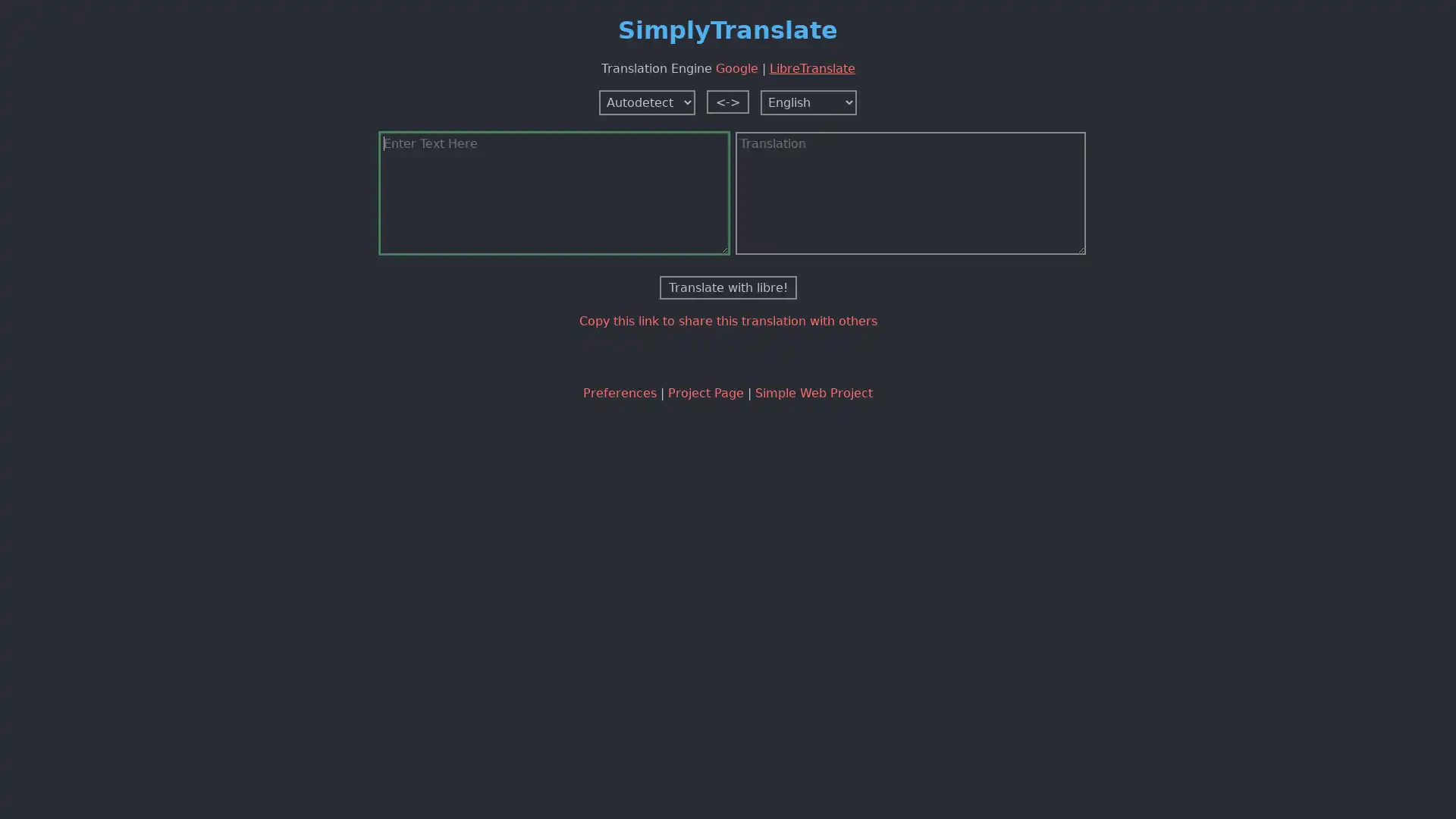 Image resolution: width=1456 pixels, height=819 pixels. Describe the element at coordinates (728, 101) in the screenshot. I see `Switch languages` at that location.